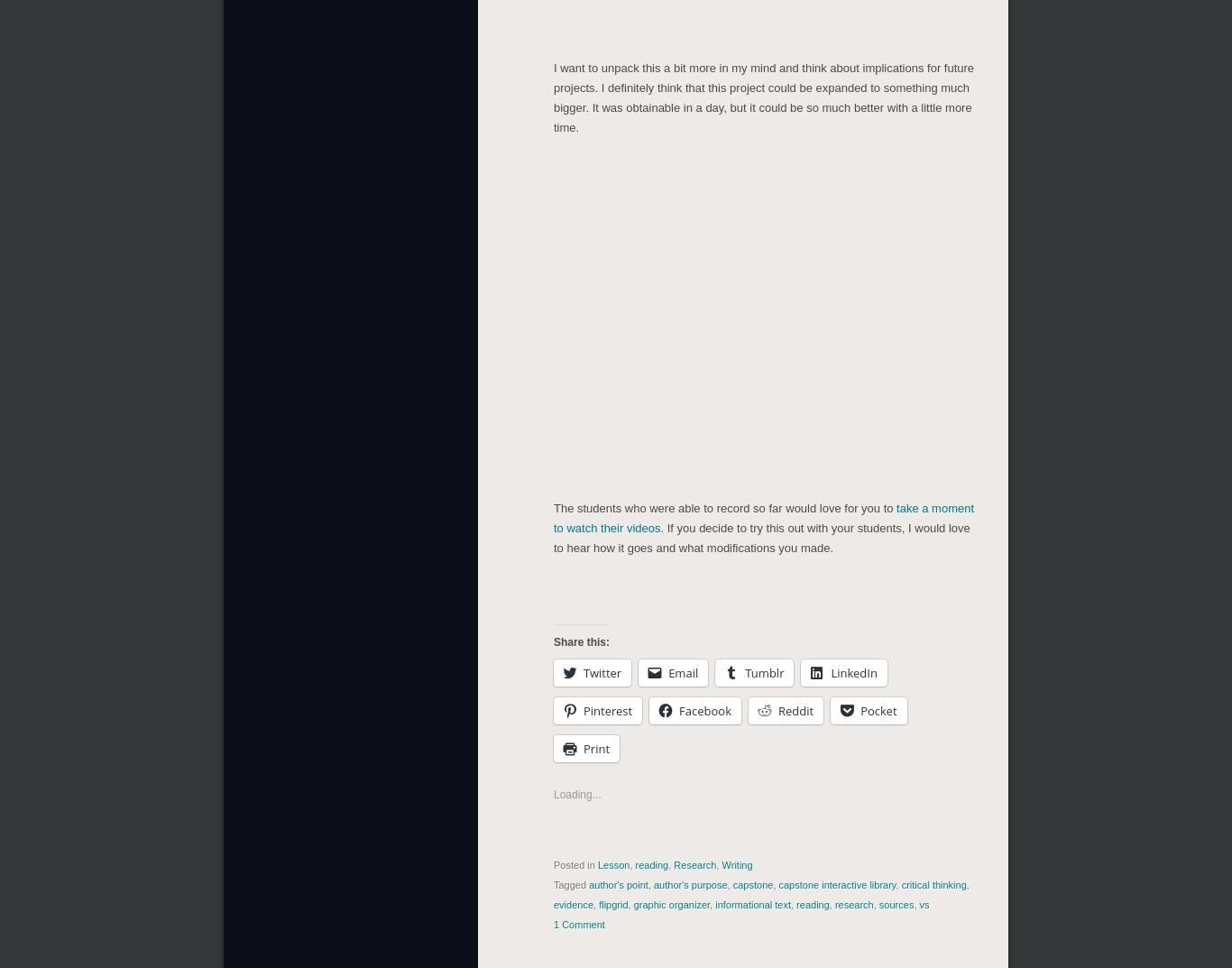 Image resolution: width=1232 pixels, height=968 pixels. Describe the element at coordinates (573, 902) in the screenshot. I see `'evidence'` at that location.